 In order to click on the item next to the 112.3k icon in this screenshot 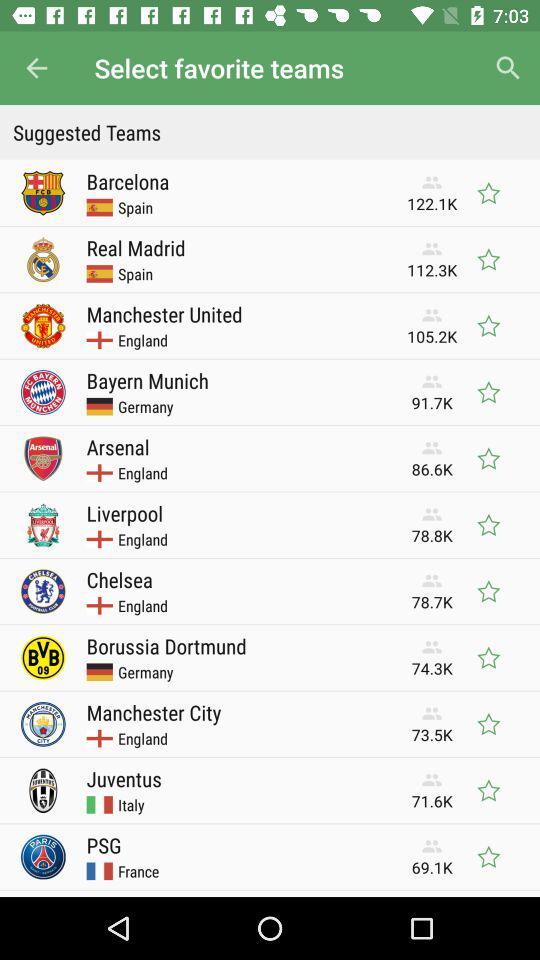, I will do `click(135, 246)`.